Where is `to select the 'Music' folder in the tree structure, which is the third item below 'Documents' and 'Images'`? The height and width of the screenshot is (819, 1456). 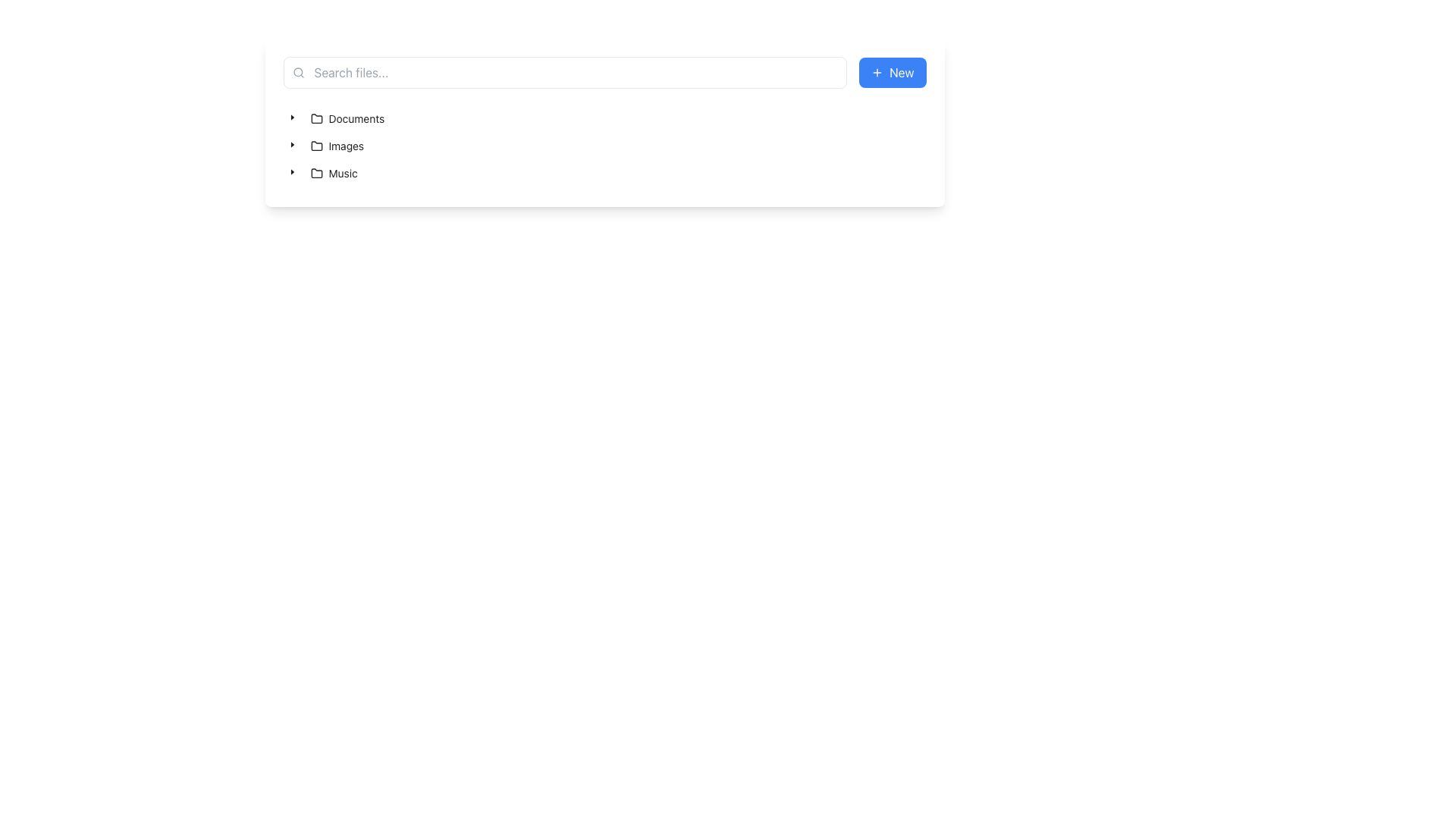 to select the 'Music' folder in the tree structure, which is the third item below 'Documents' and 'Images' is located at coordinates (333, 172).